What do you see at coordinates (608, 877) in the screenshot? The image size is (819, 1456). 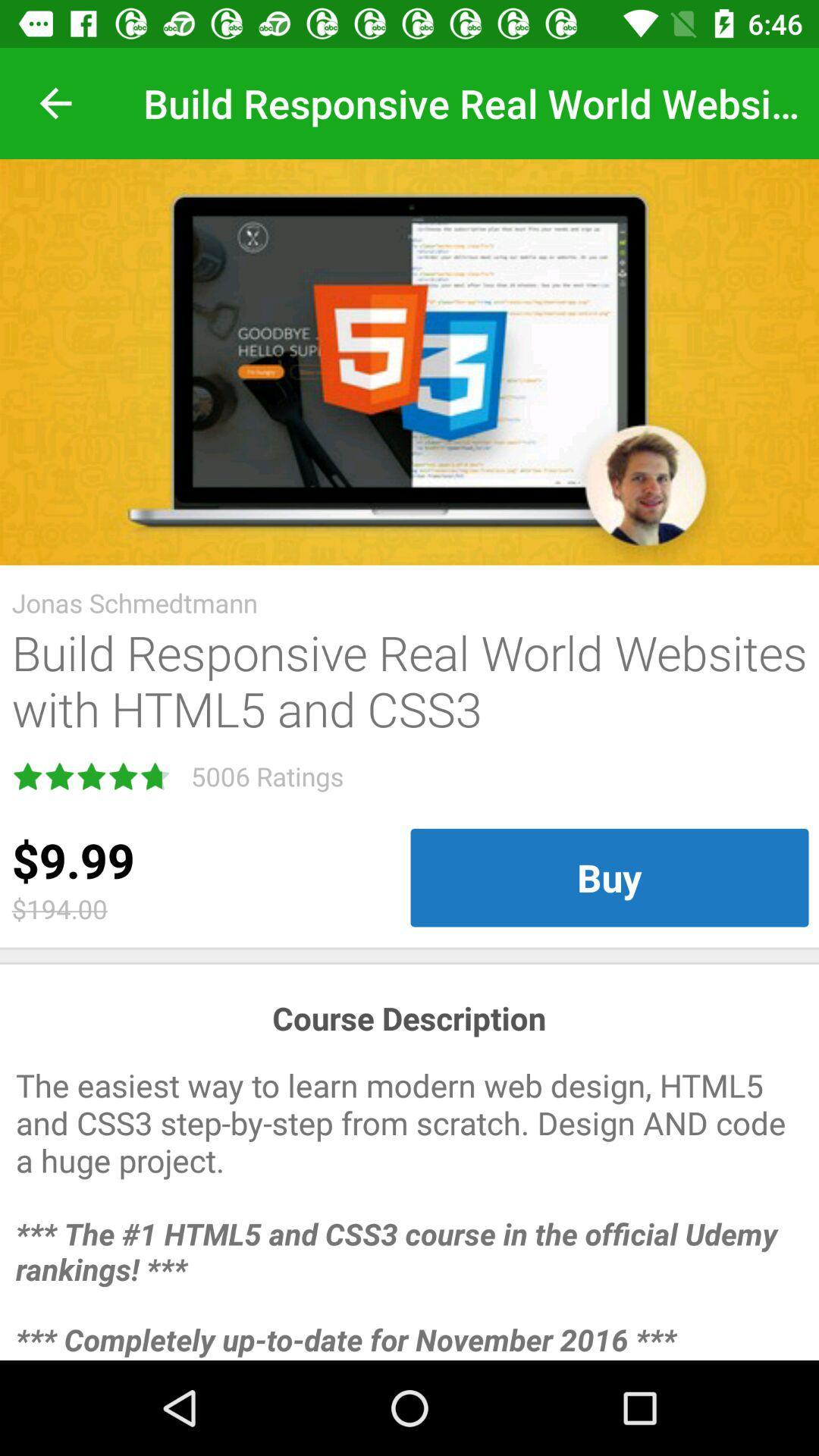 I see `item below build responsive real item` at bounding box center [608, 877].